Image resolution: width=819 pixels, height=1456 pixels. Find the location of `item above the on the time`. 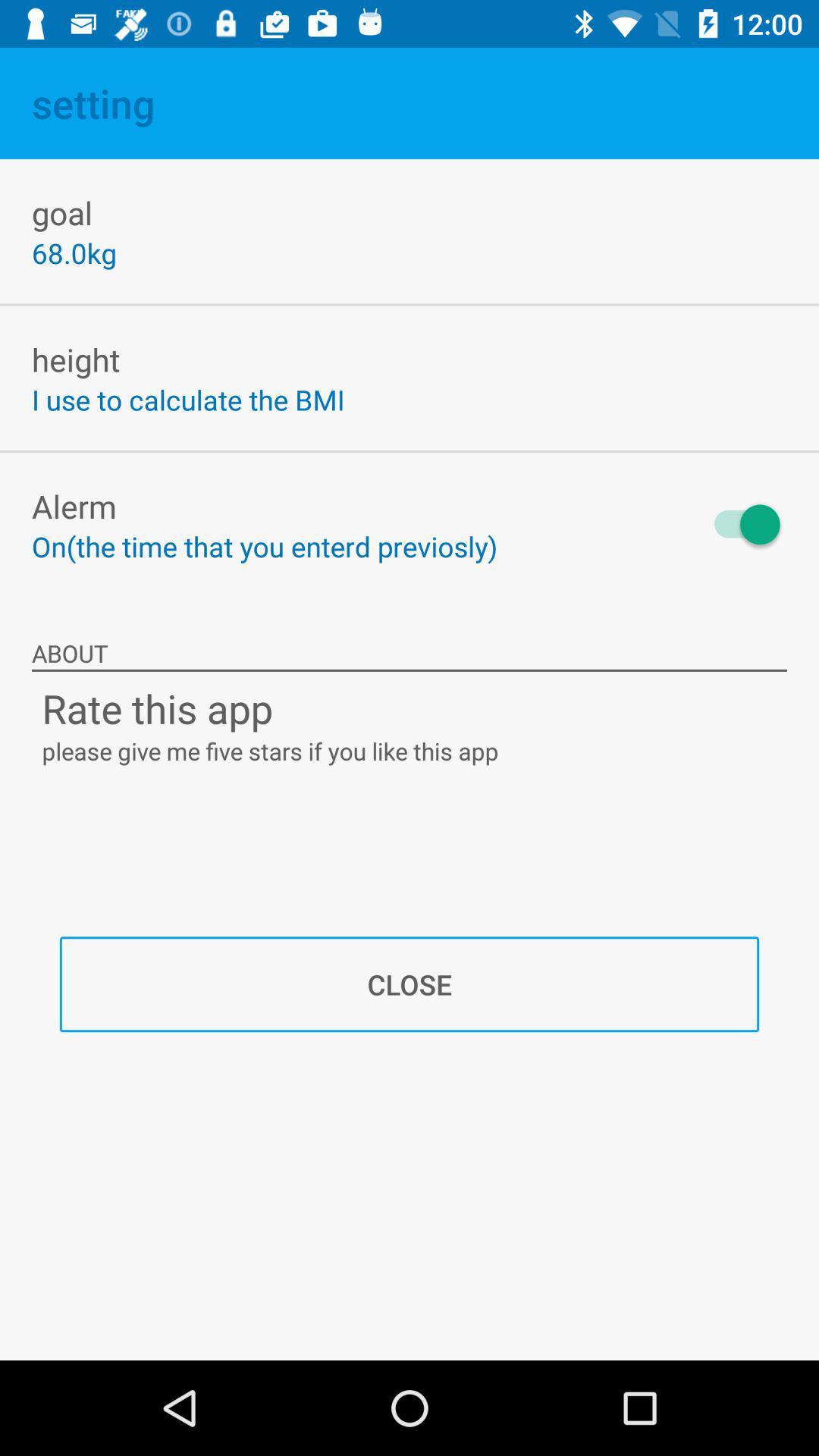

item above the on the time is located at coordinates (74, 506).